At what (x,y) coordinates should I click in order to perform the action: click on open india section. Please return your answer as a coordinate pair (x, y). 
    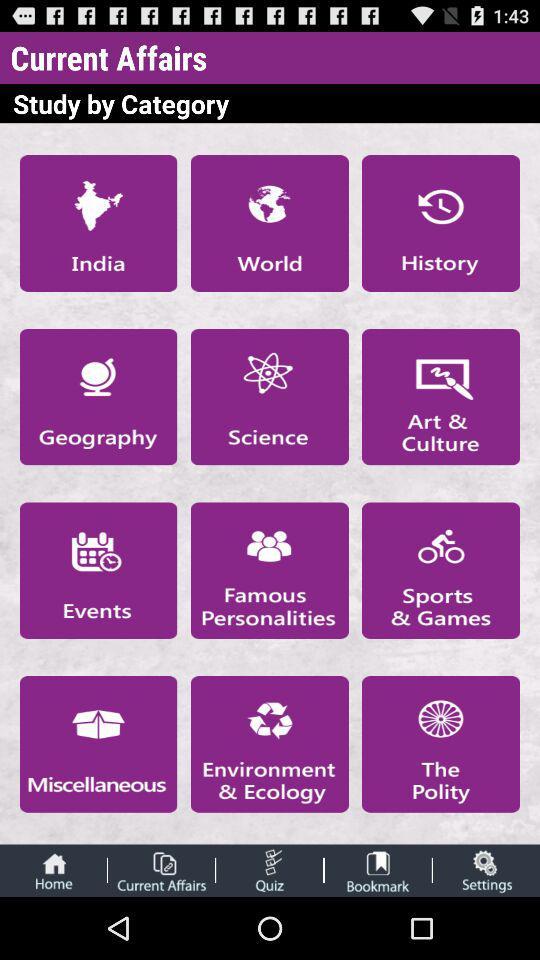
    Looking at the image, I should click on (97, 223).